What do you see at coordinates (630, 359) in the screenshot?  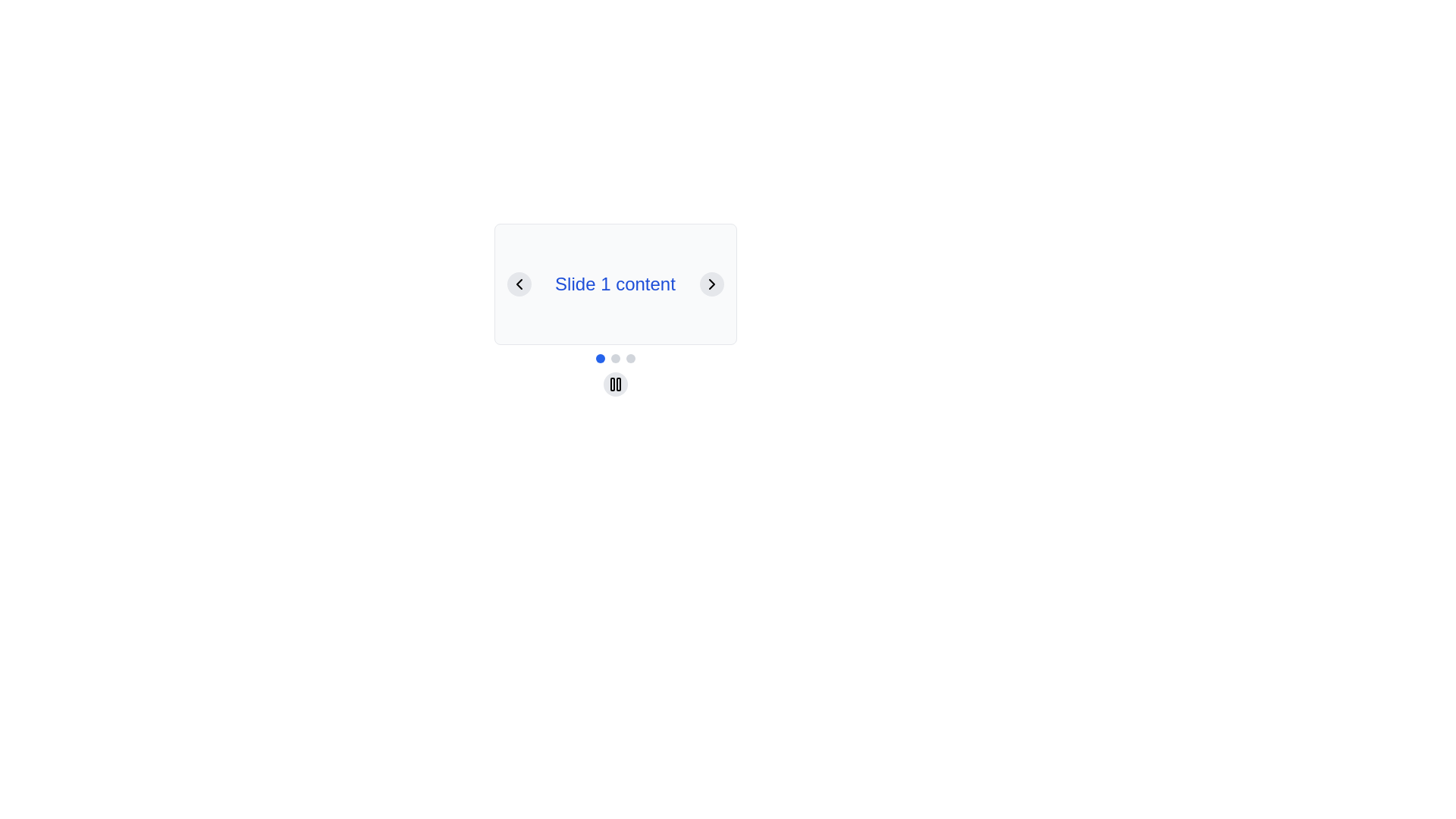 I see `the third dot indicator, which is part of a carousel or slideshow, located below the 'Slide 1 content' box` at bounding box center [630, 359].